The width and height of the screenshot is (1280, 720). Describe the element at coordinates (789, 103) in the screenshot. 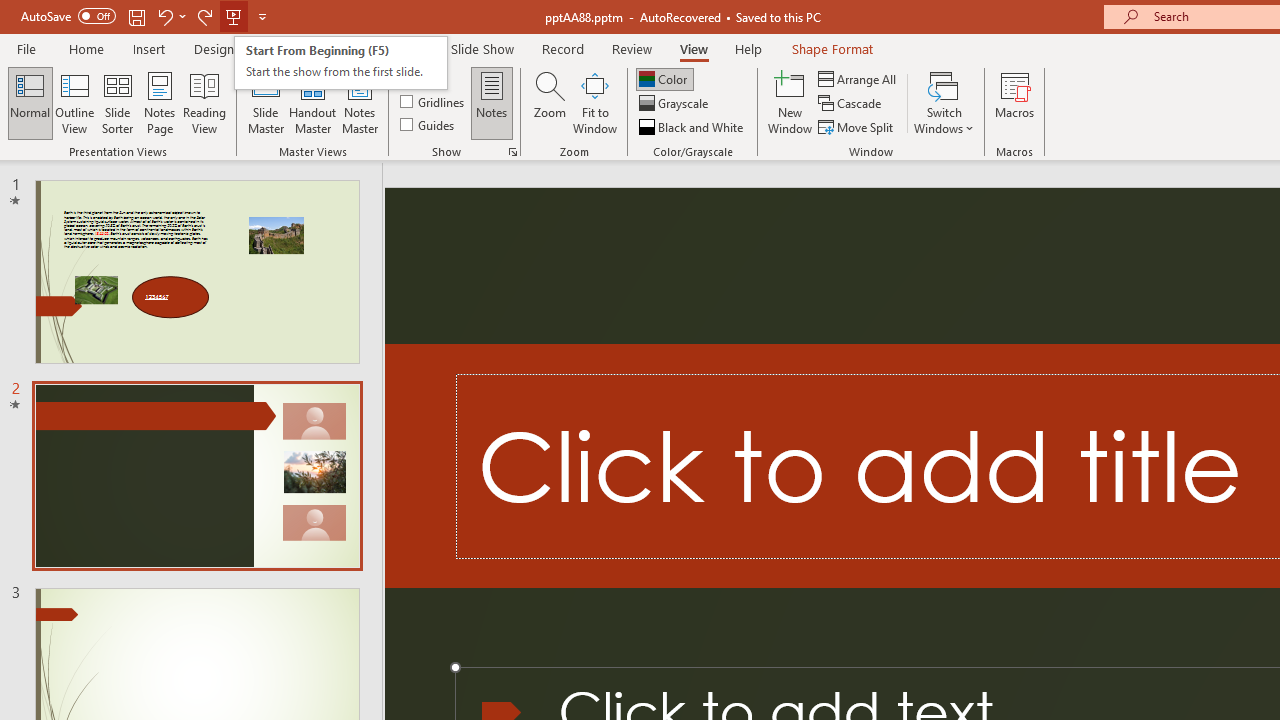

I see `'New Window'` at that location.